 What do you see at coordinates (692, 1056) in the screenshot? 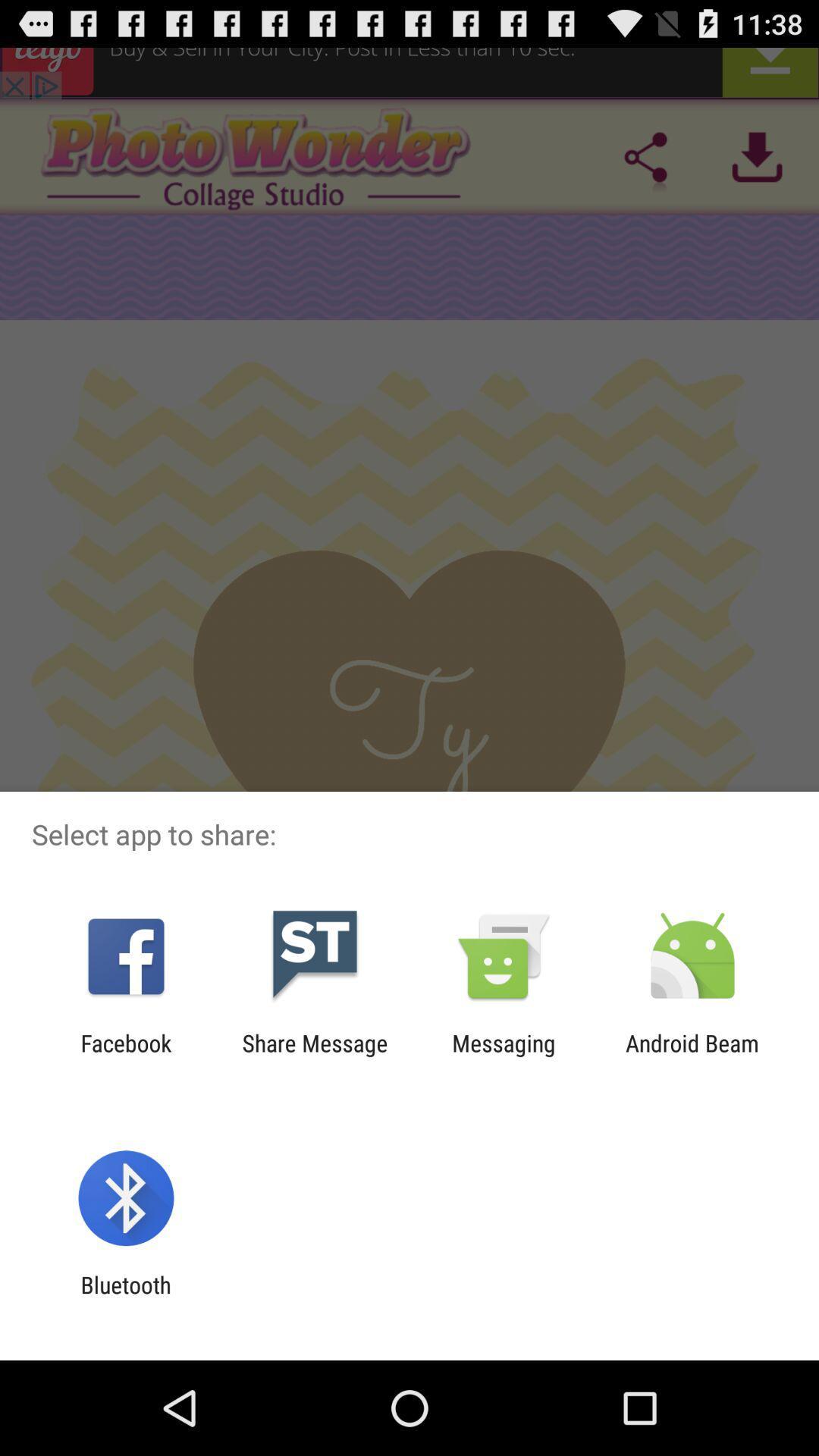
I see `the item next to messaging item` at bounding box center [692, 1056].